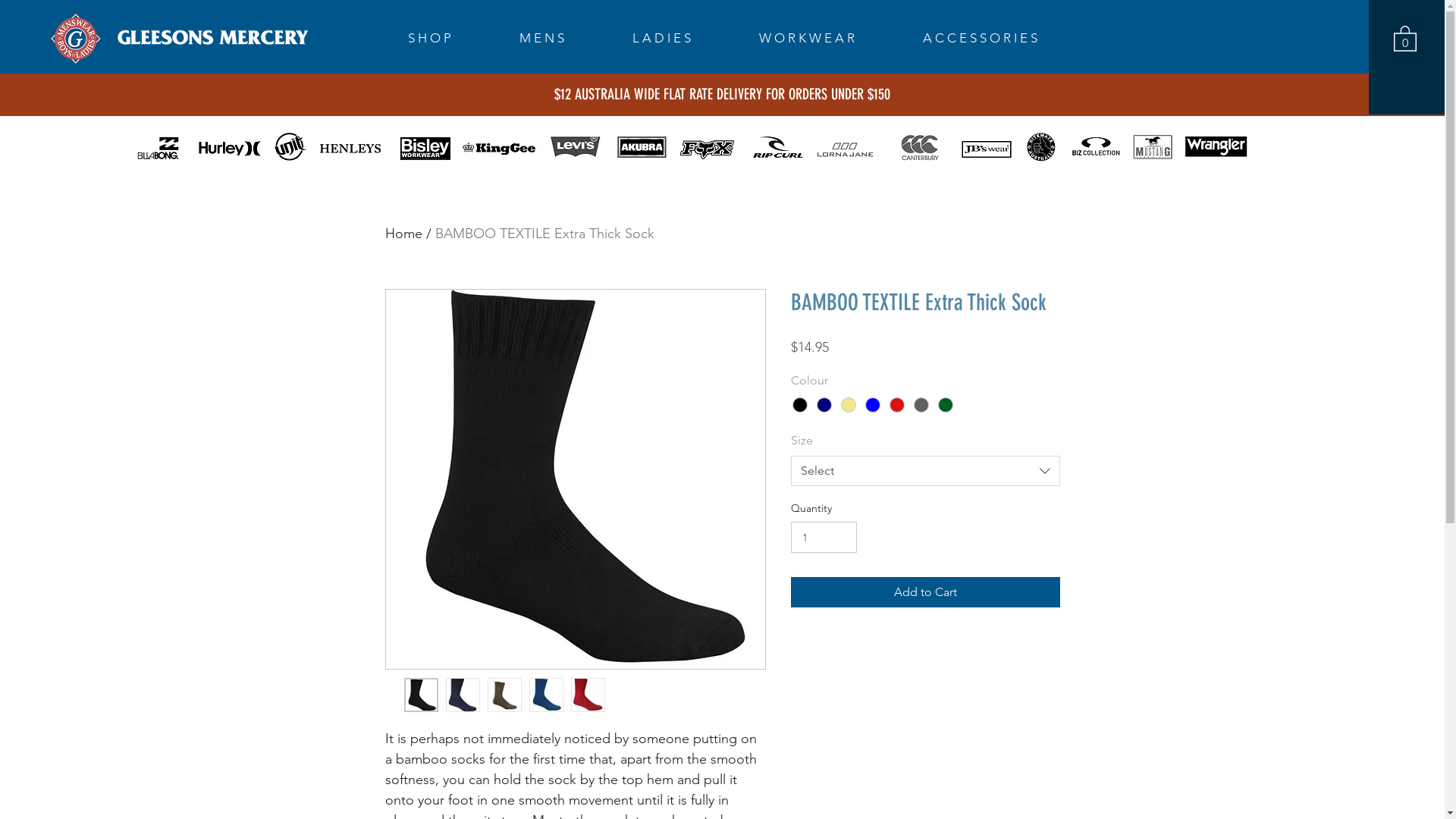 The height and width of the screenshot is (819, 1456). Describe the element at coordinates (620, 37) in the screenshot. I see `'L A D I E S'` at that location.